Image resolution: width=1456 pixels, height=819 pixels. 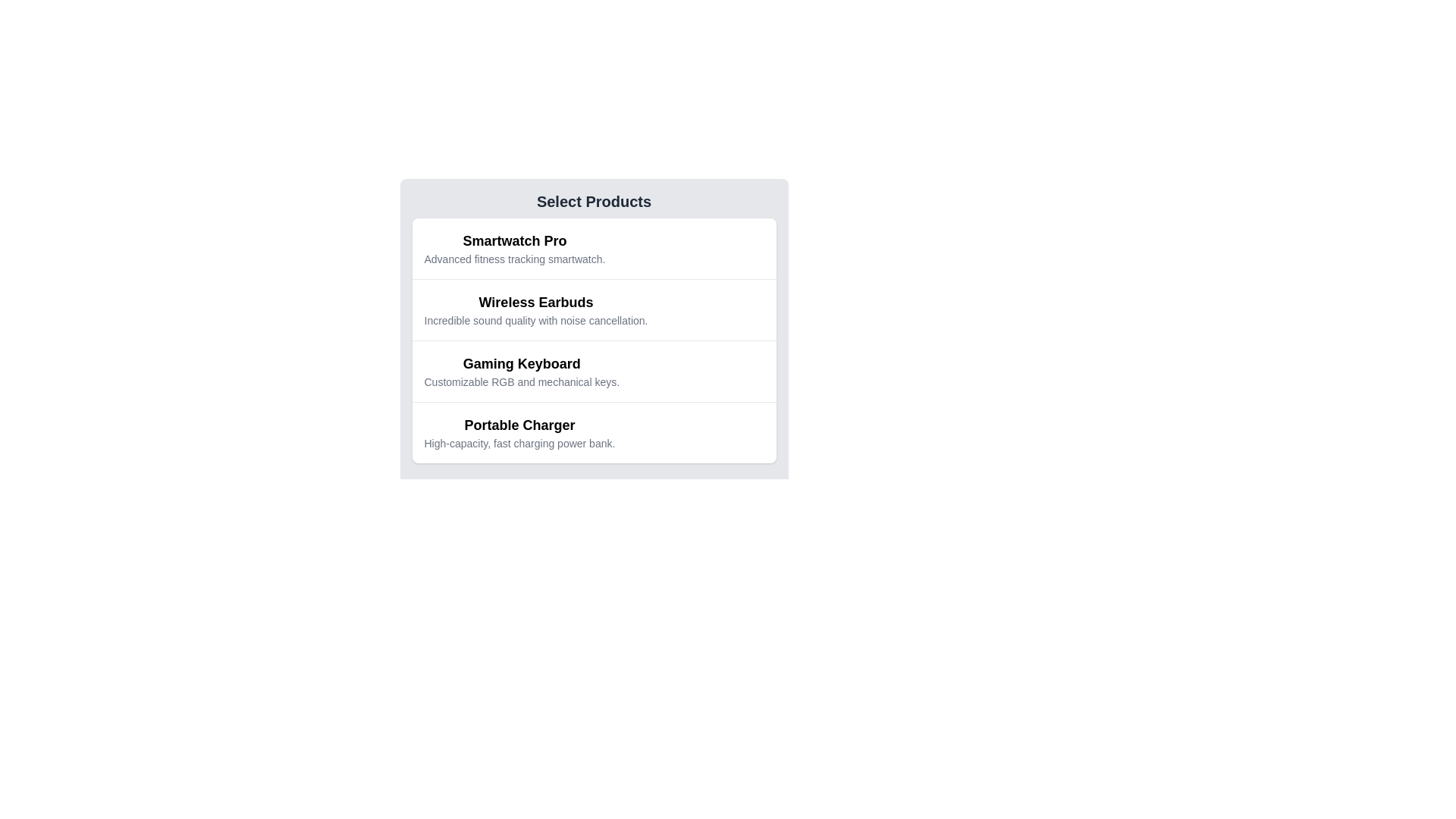 What do you see at coordinates (514, 240) in the screenshot?
I see `the text label for the product 'Smartwatch Pro' located at the top-left corner of the first product entry in the 'Select Products' list` at bounding box center [514, 240].